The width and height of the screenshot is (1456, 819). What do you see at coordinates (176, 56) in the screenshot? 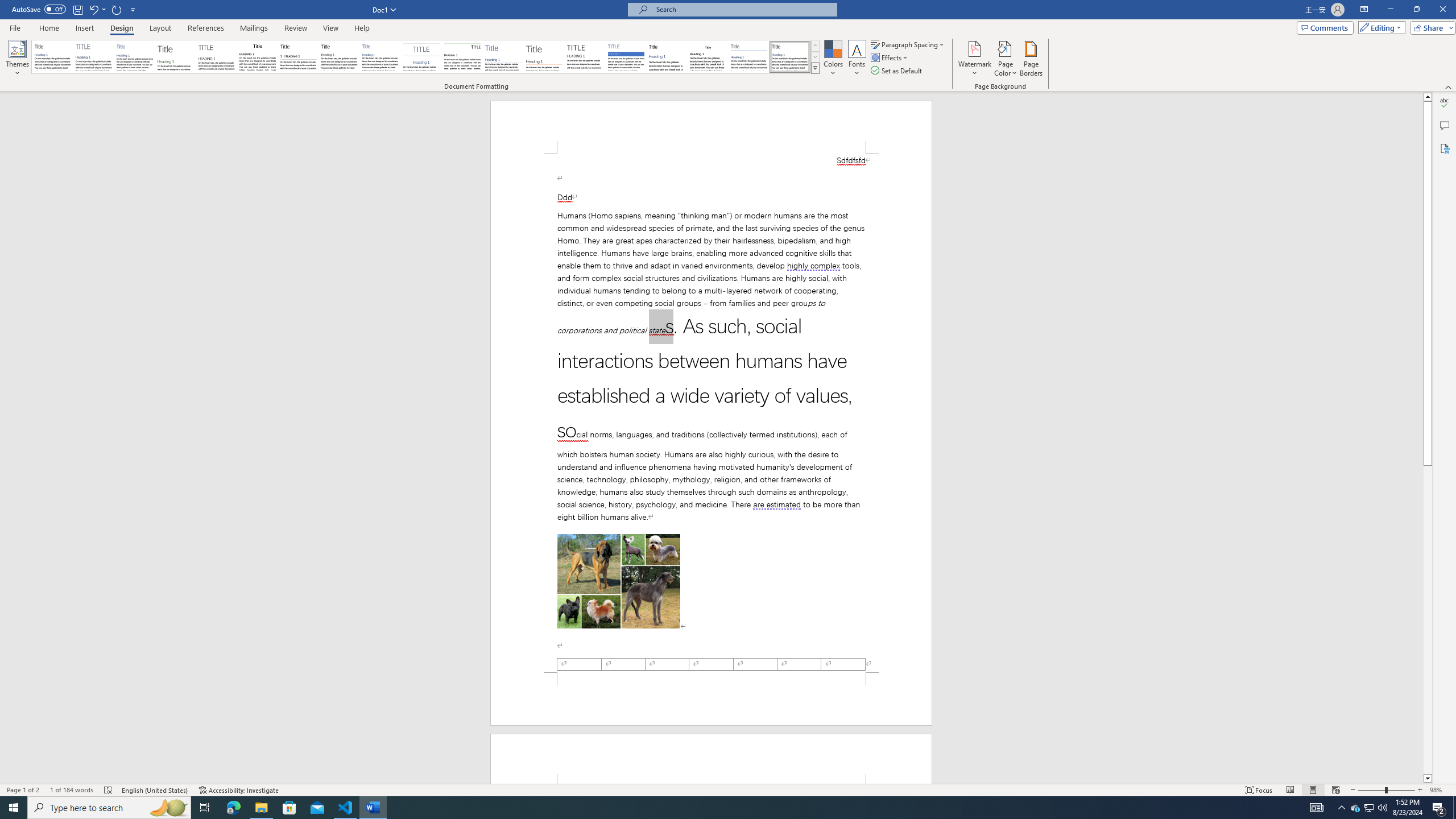
I see `'Basic (Stylish)'` at bounding box center [176, 56].